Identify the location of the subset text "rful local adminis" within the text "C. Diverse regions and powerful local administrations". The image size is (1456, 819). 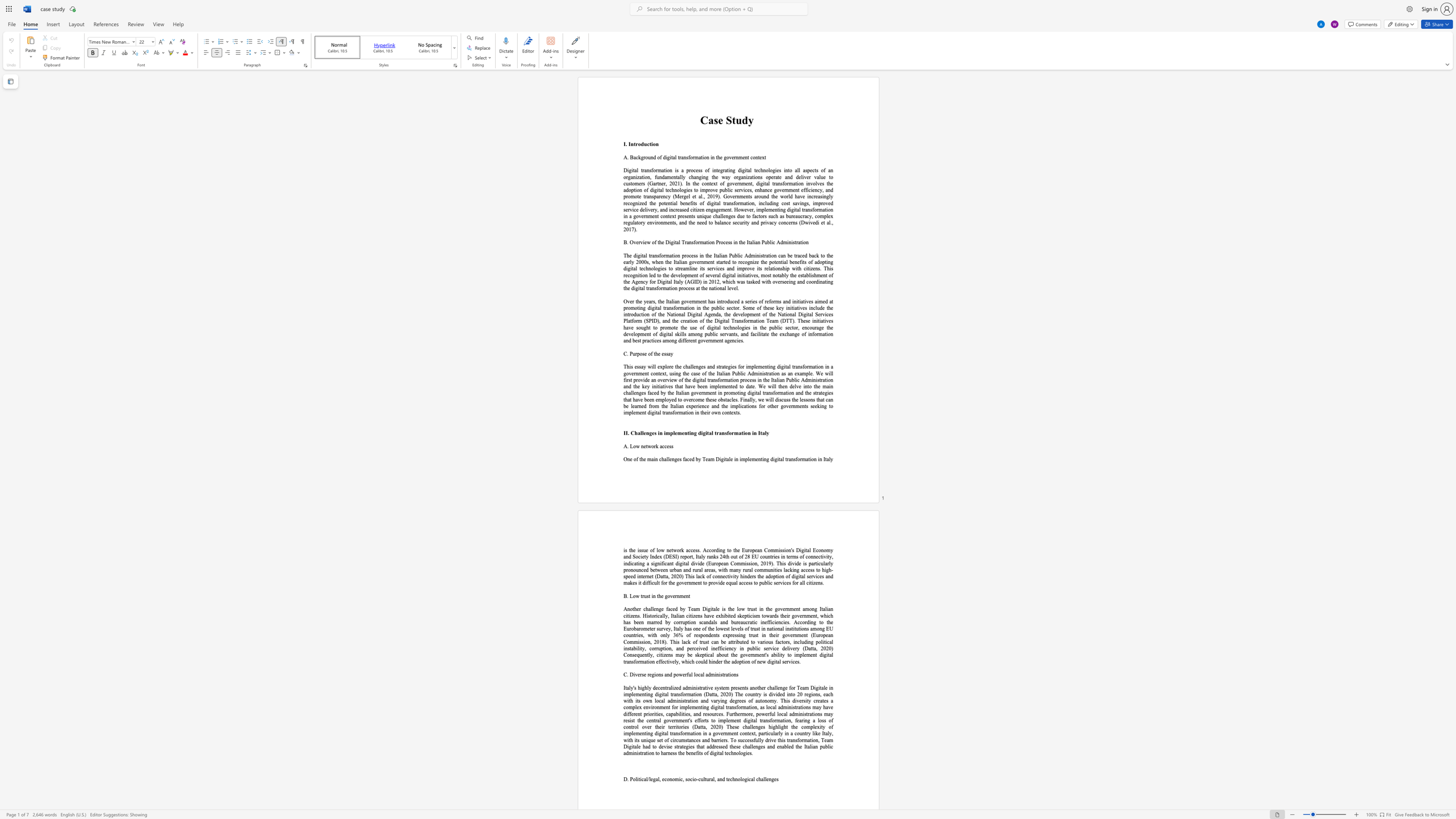
(684, 674).